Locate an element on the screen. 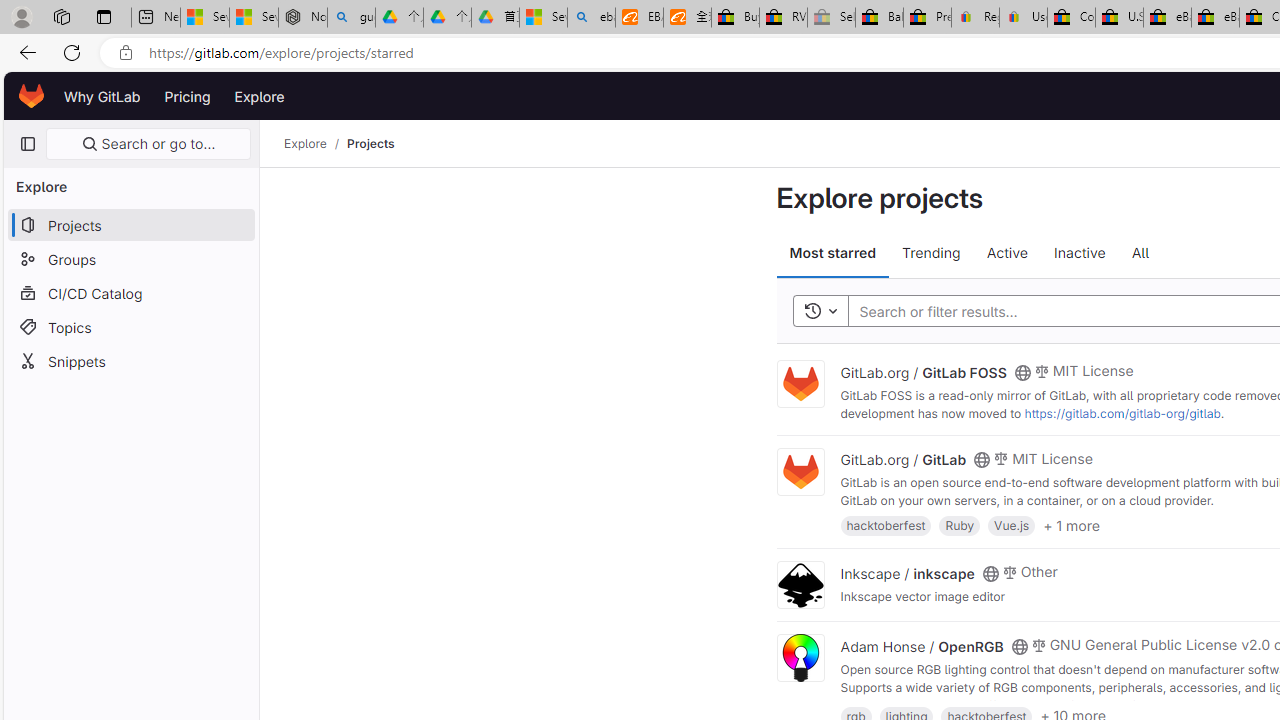 The image size is (1280, 720). 'Press Room - eBay Inc.' is located at coordinates (926, 17).